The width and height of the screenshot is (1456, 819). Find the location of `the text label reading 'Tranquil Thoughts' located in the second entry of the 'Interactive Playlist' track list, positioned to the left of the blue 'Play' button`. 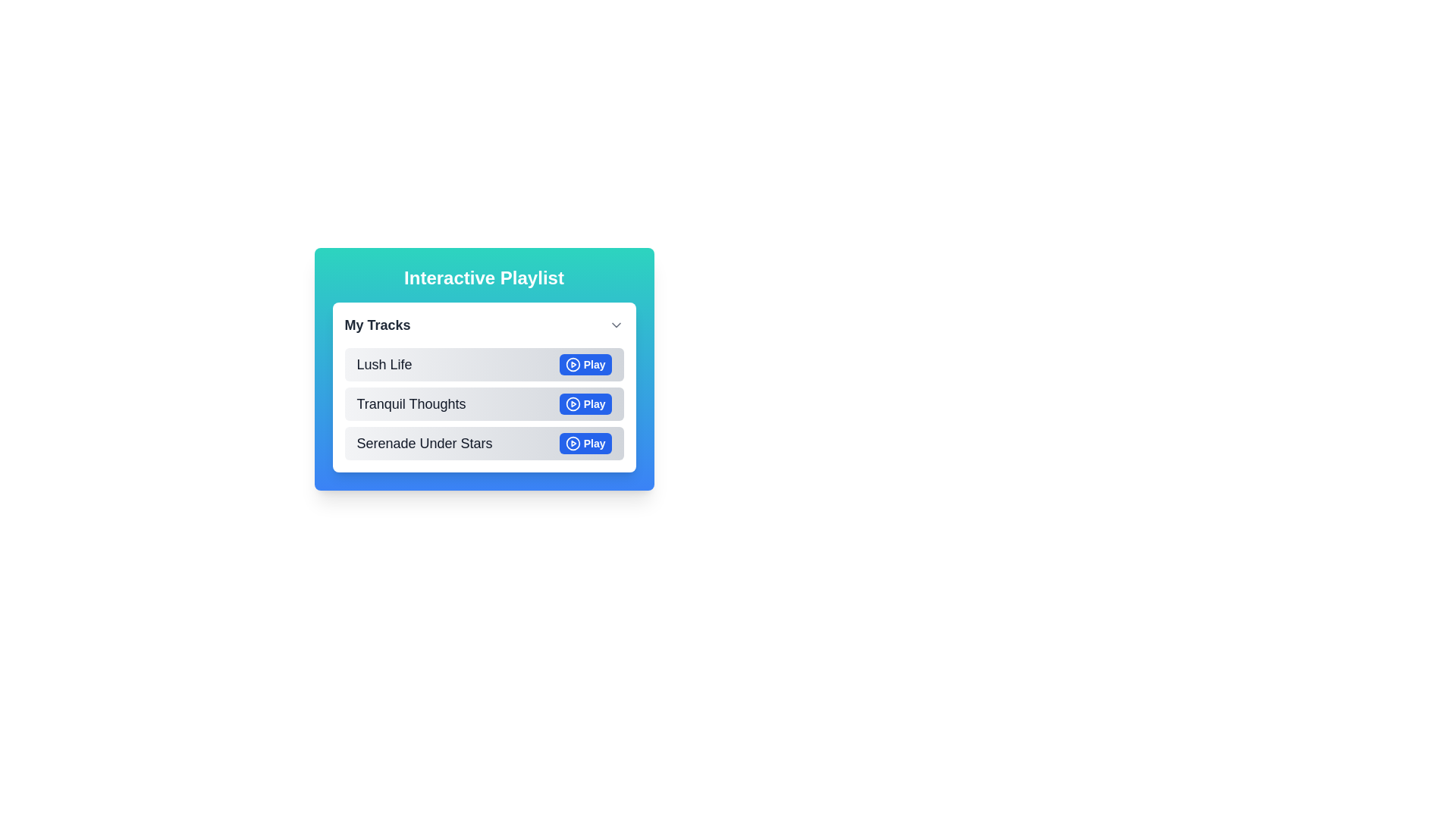

the text label reading 'Tranquil Thoughts' located in the second entry of the 'Interactive Playlist' track list, positioned to the left of the blue 'Play' button is located at coordinates (411, 403).